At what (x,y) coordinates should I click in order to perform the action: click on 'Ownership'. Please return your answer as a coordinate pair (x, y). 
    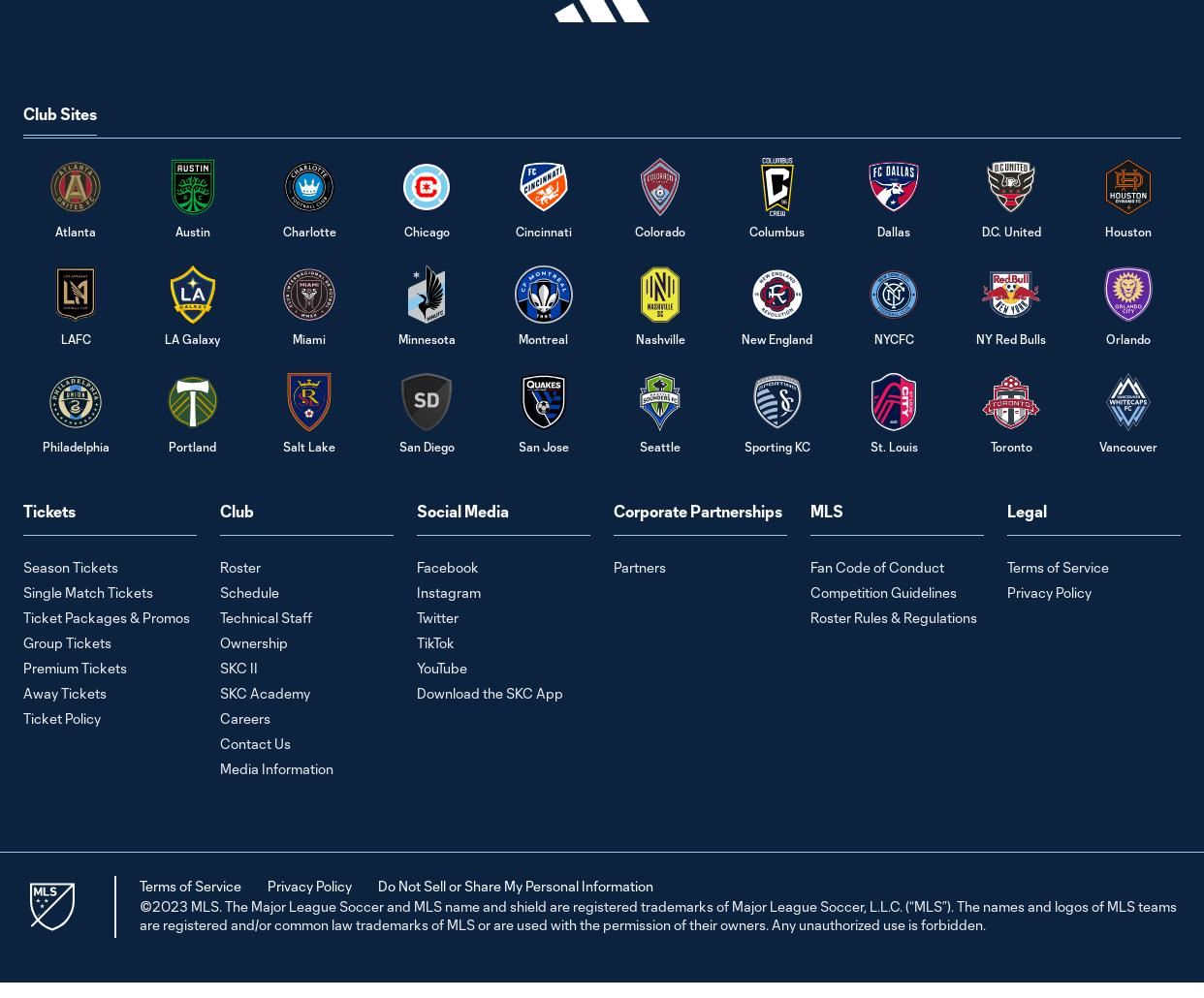
    Looking at the image, I should click on (253, 640).